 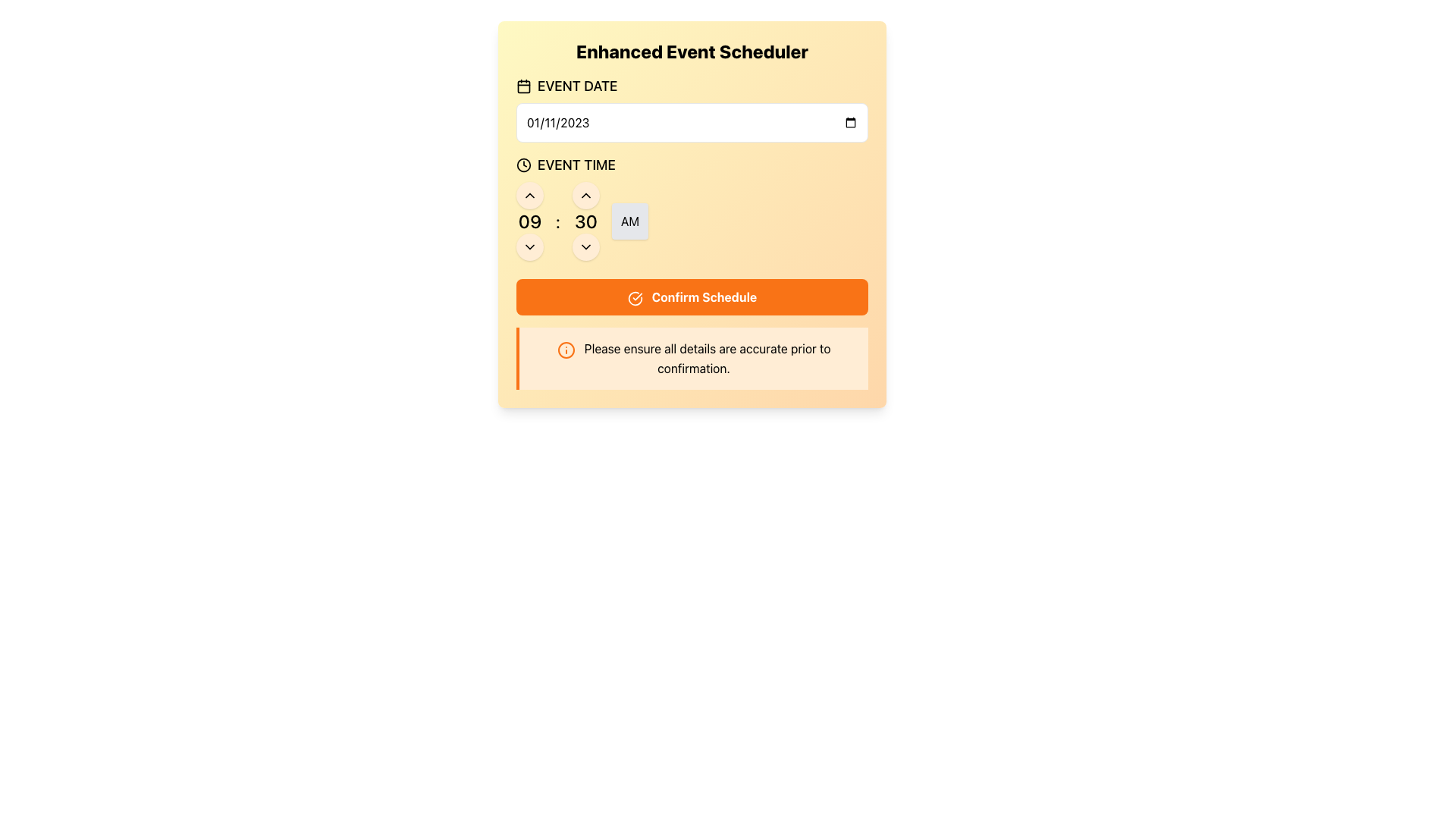 I want to click on the downward-facing chevron icon located within a circular button with a light orange background in the 'EVENT TIME' section, so click(x=530, y=246).